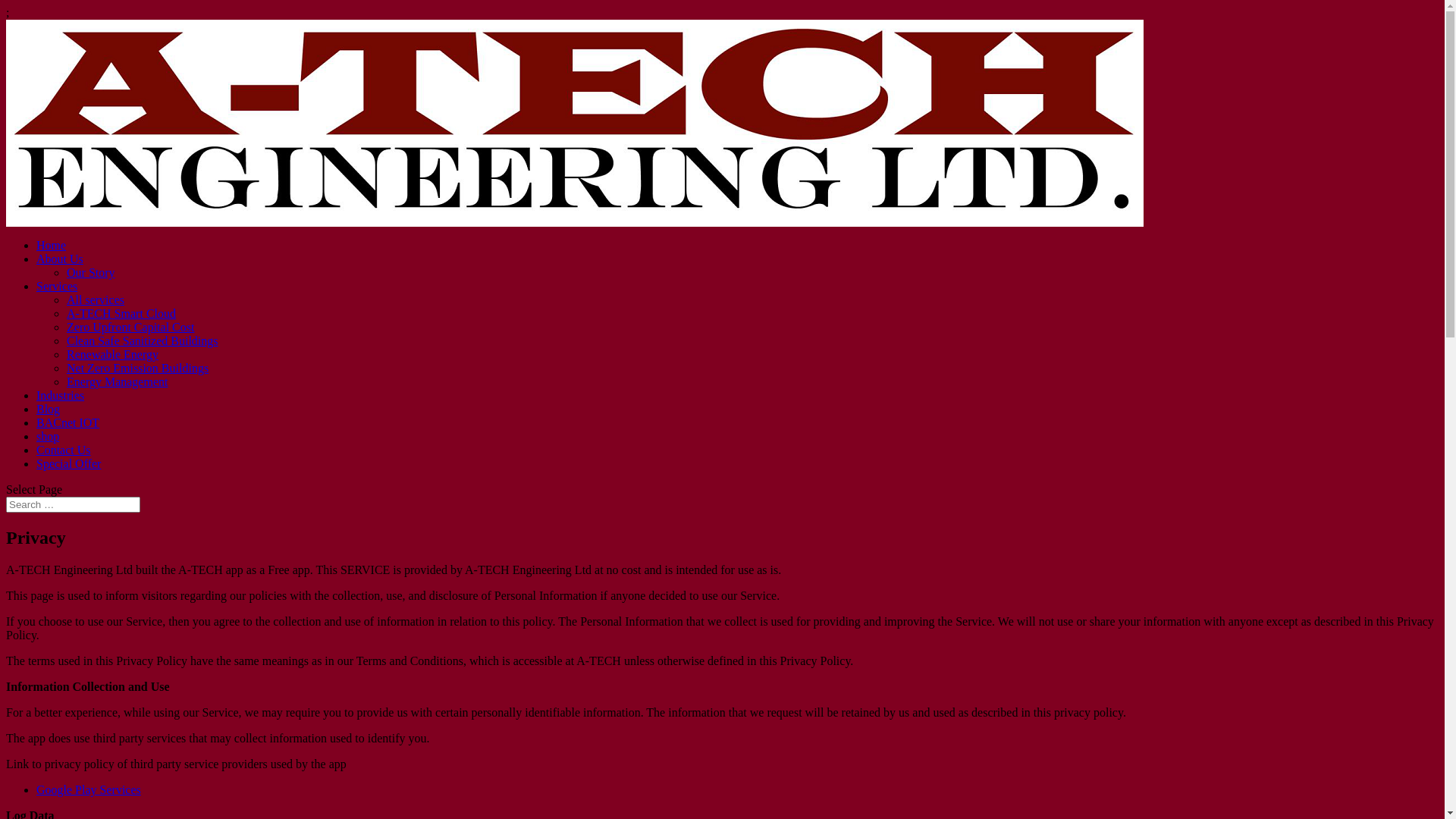  What do you see at coordinates (62, 449) in the screenshot?
I see `'Contact Us'` at bounding box center [62, 449].